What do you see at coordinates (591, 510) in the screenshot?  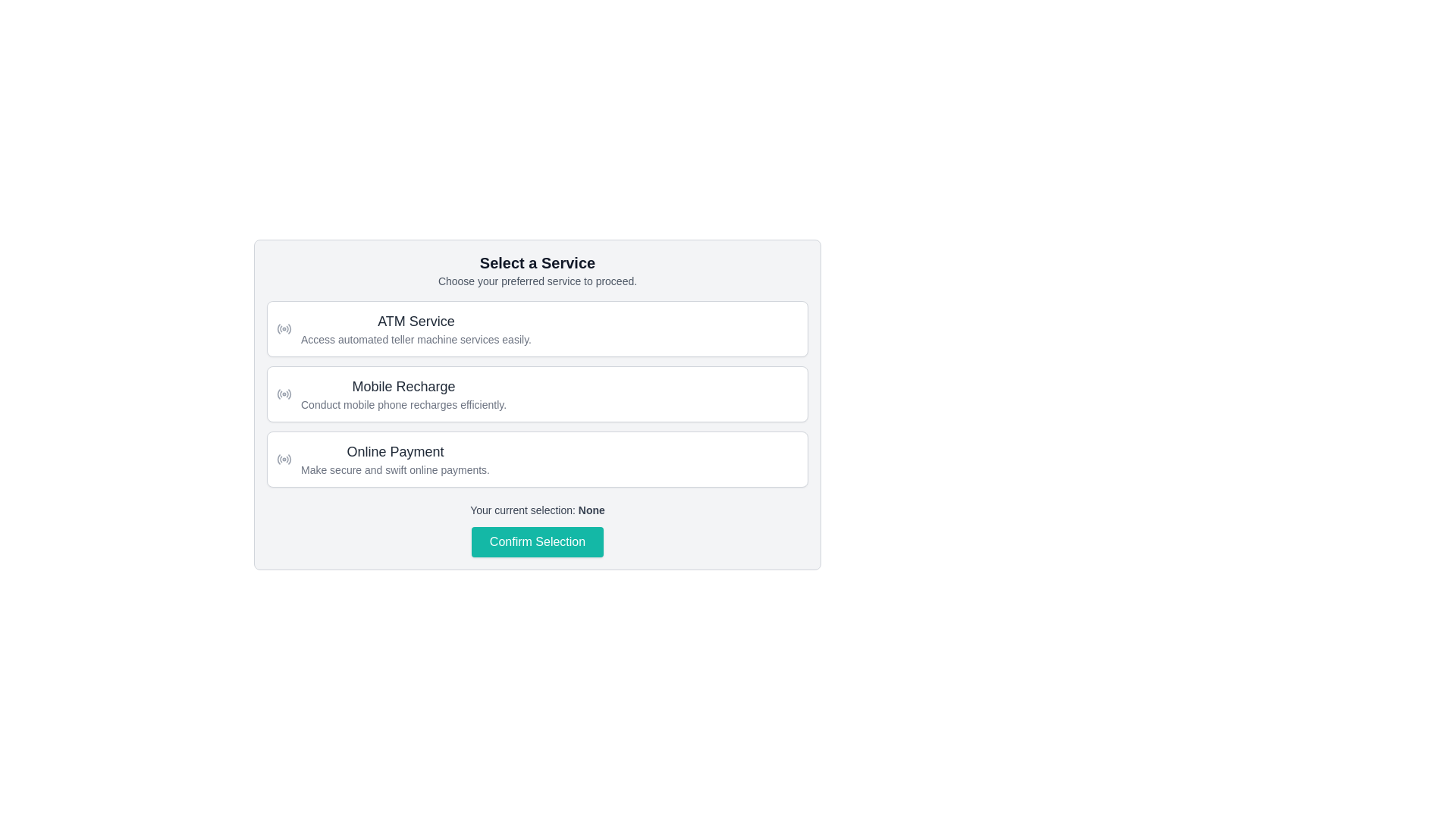 I see `the text label indicating the current selection status, which shows 'None' when no selection has been made, located at the bottom center of the user interface` at bounding box center [591, 510].